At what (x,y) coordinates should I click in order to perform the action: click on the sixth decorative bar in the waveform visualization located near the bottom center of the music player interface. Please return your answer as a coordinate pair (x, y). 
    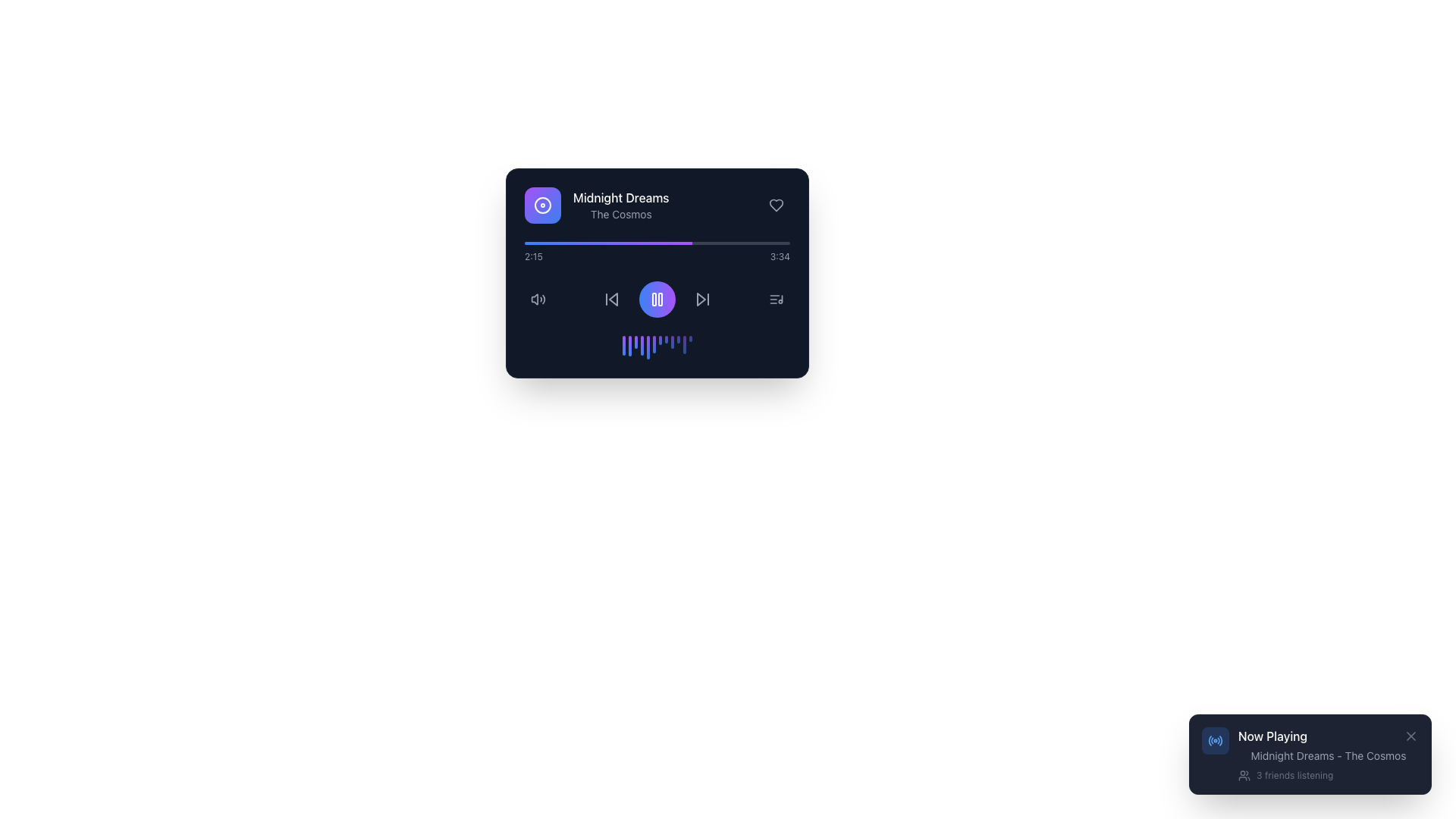
    Looking at the image, I should click on (654, 344).